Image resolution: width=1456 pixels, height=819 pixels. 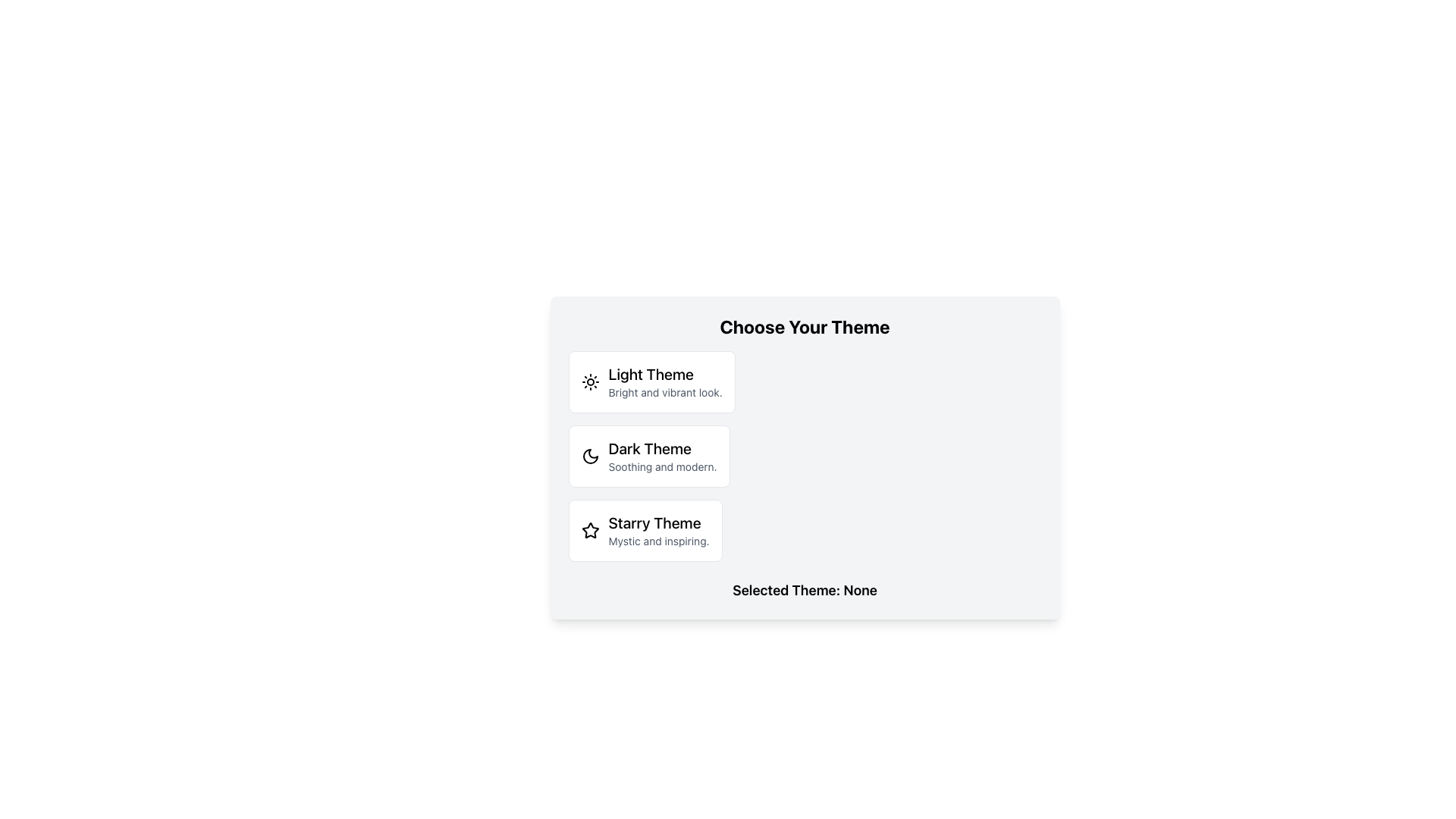 What do you see at coordinates (663, 455) in the screenshot?
I see `the 'Dark Theme' textual description element, which consists of two lines of text: 'Dark Theme' in large, bold font and 'Soothing and modern.' in smaller, lighter font, located in the middle entry of the theme selection card` at bounding box center [663, 455].